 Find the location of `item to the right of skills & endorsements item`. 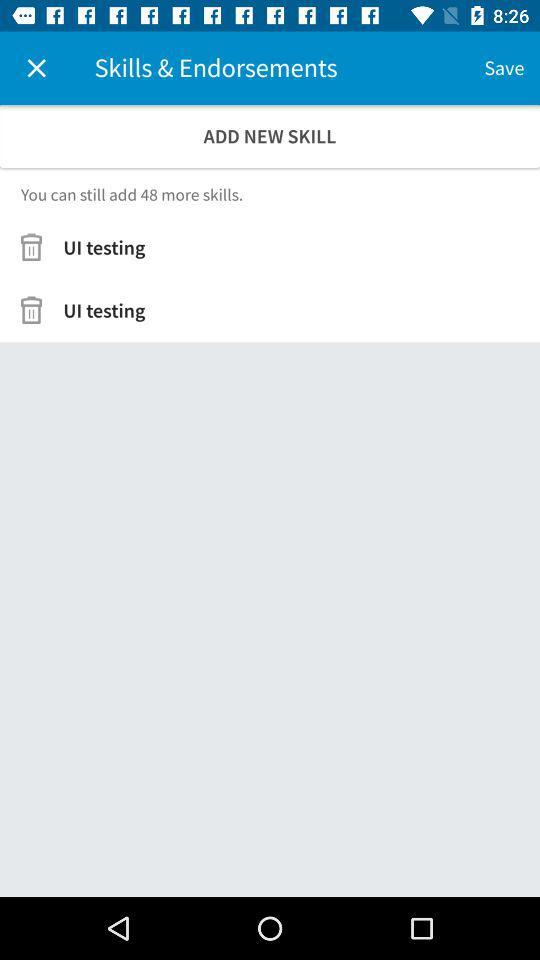

item to the right of skills & endorsements item is located at coordinates (503, 68).